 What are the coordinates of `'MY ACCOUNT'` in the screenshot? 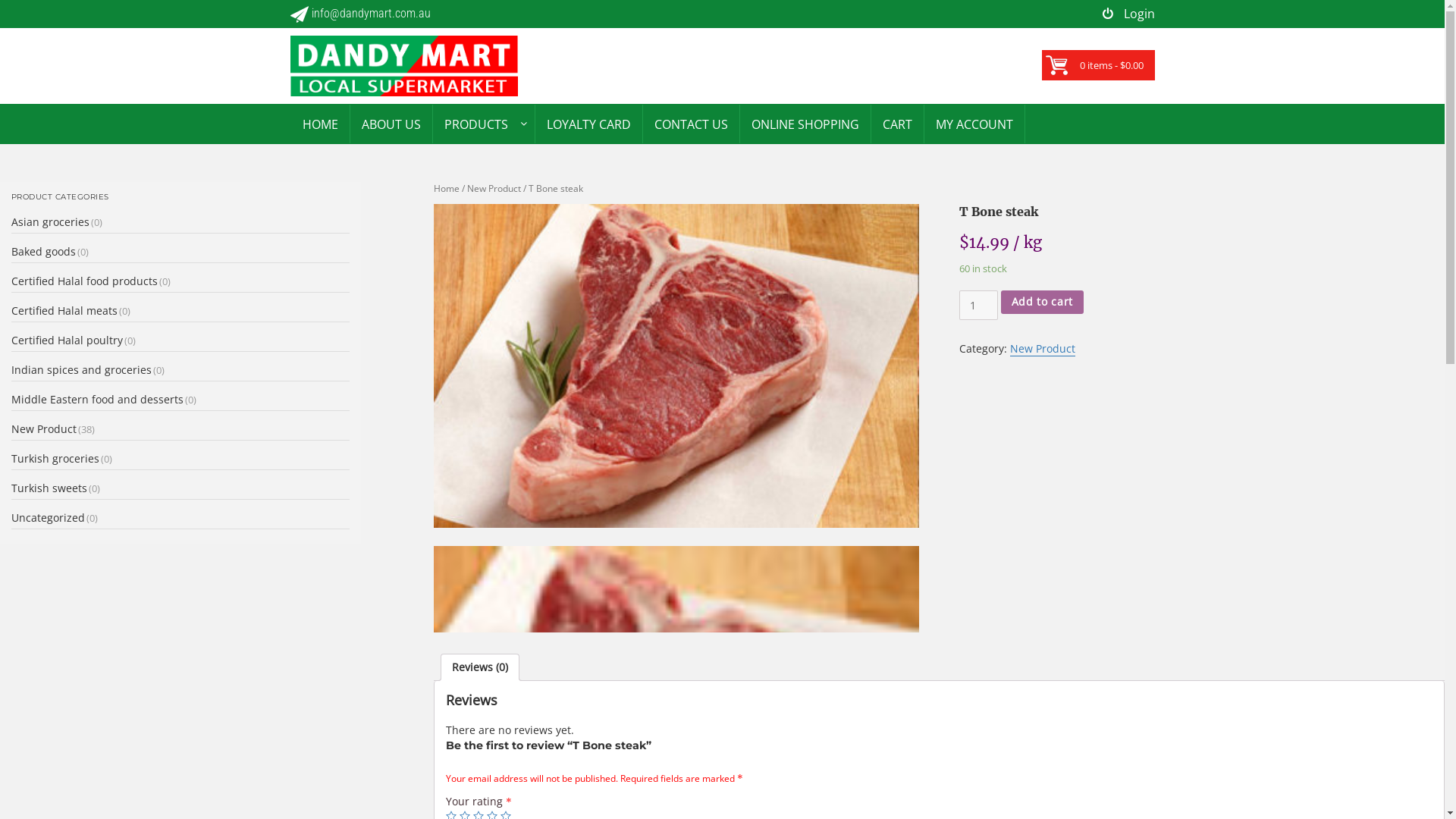 It's located at (973, 123).